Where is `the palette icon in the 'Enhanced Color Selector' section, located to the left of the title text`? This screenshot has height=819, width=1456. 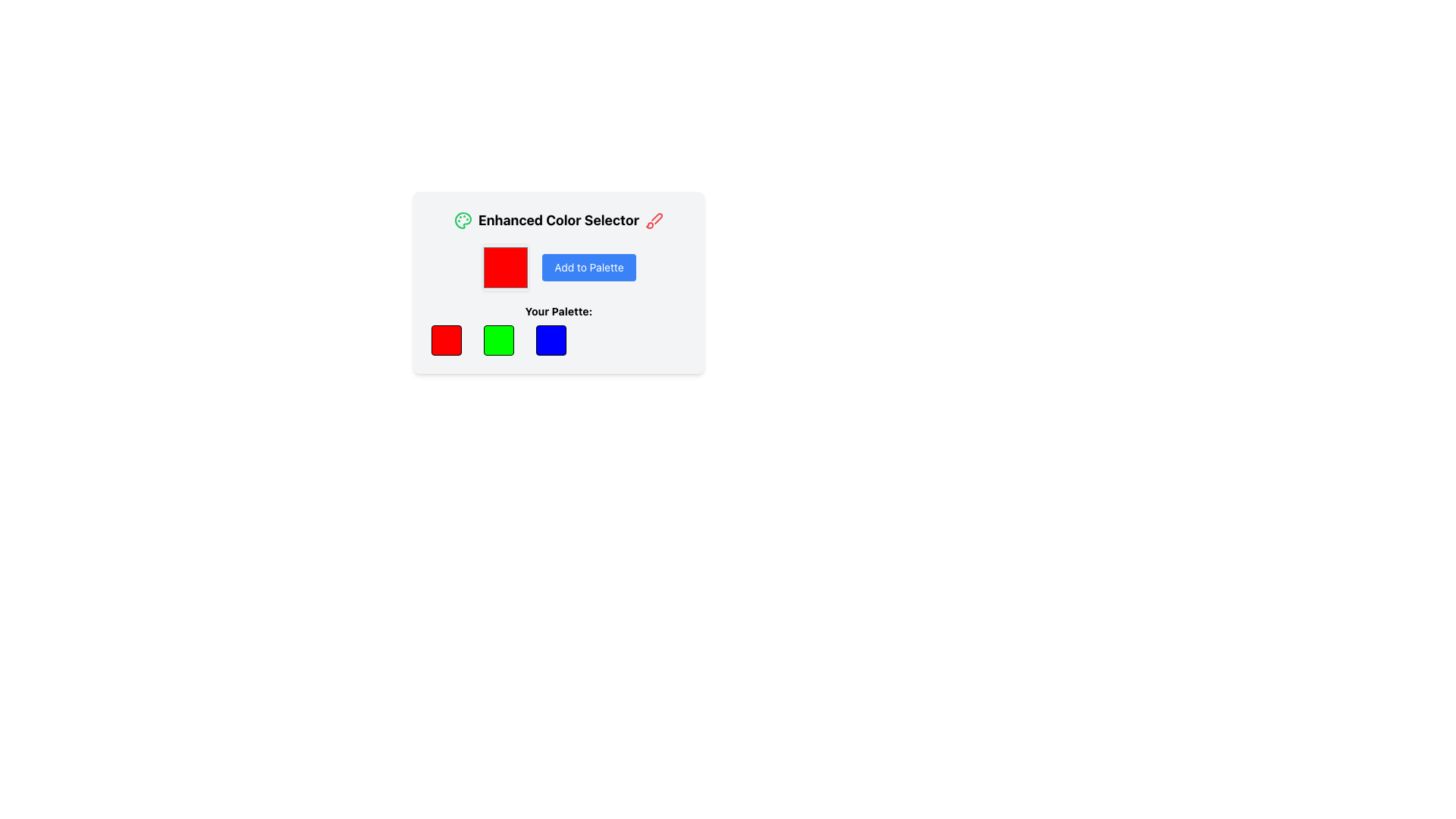
the palette icon in the 'Enhanced Color Selector' section, located to the left of the title text is located at coordinates (462, 220).